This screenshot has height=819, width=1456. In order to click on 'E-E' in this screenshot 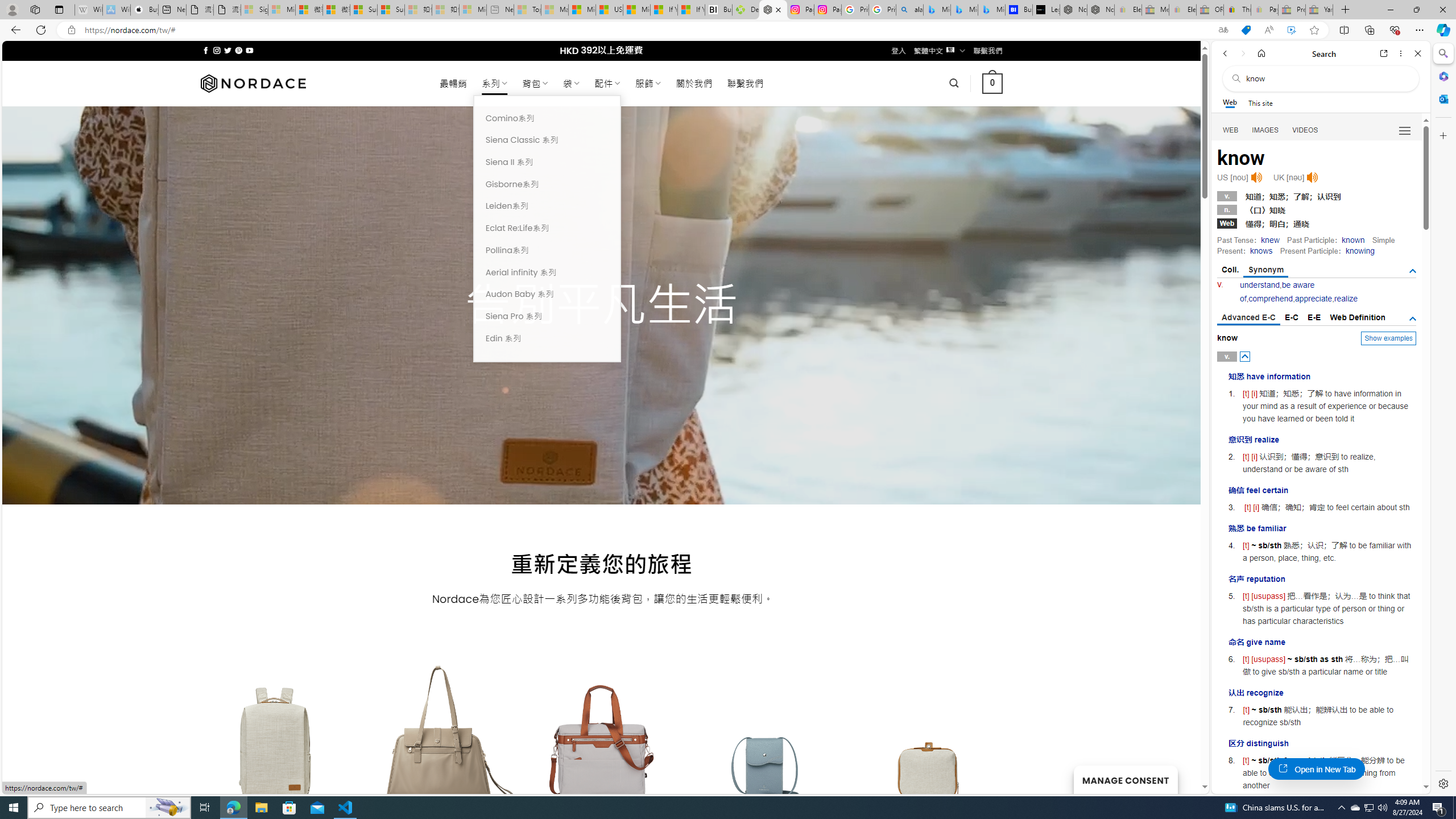, I will do `click(1314, 317)`.